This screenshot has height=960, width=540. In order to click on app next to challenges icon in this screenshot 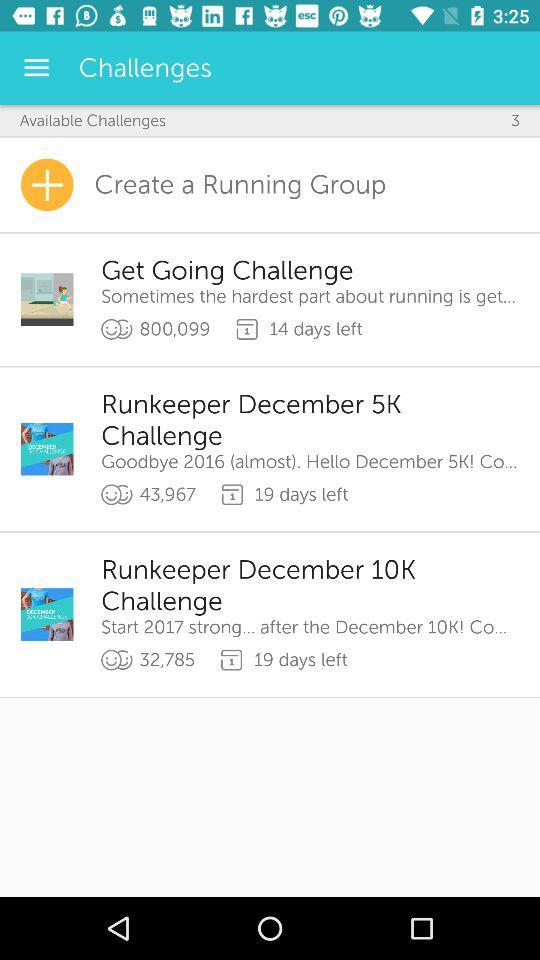, I will do `click(36, 68)`.